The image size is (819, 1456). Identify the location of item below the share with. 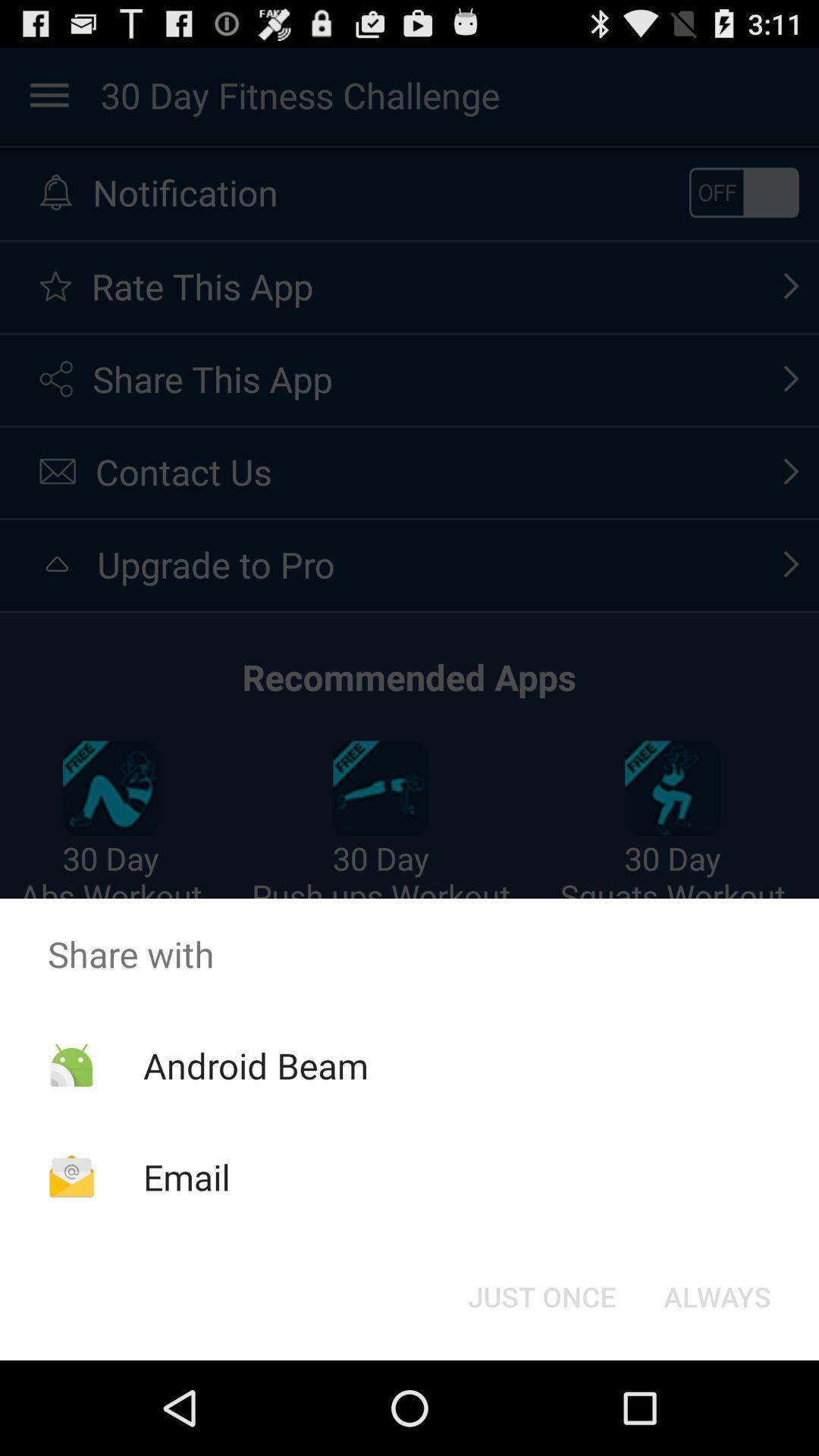
(541, 1295).